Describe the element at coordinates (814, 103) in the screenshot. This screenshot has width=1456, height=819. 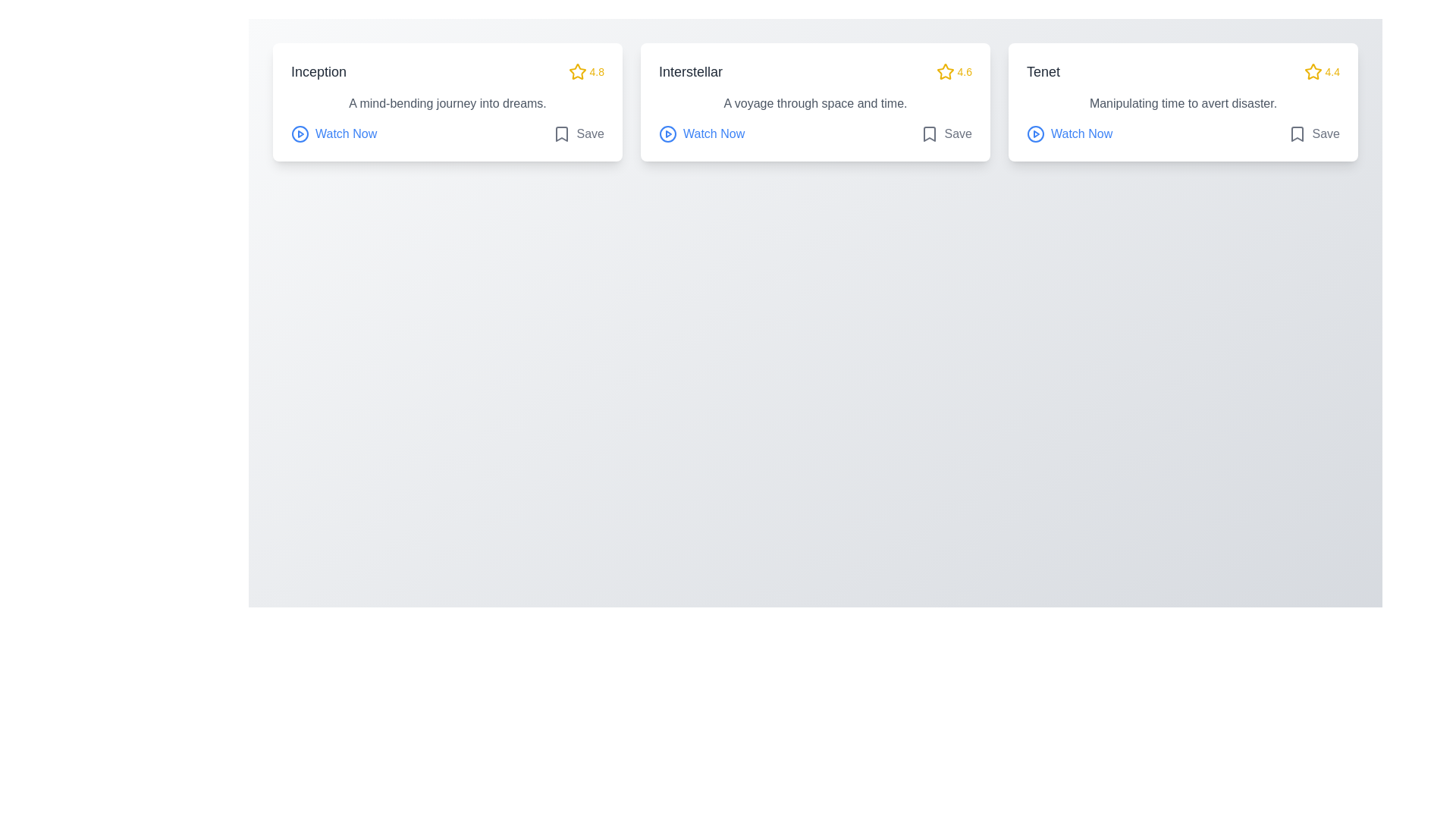
I see `the movie's theme` at that location.